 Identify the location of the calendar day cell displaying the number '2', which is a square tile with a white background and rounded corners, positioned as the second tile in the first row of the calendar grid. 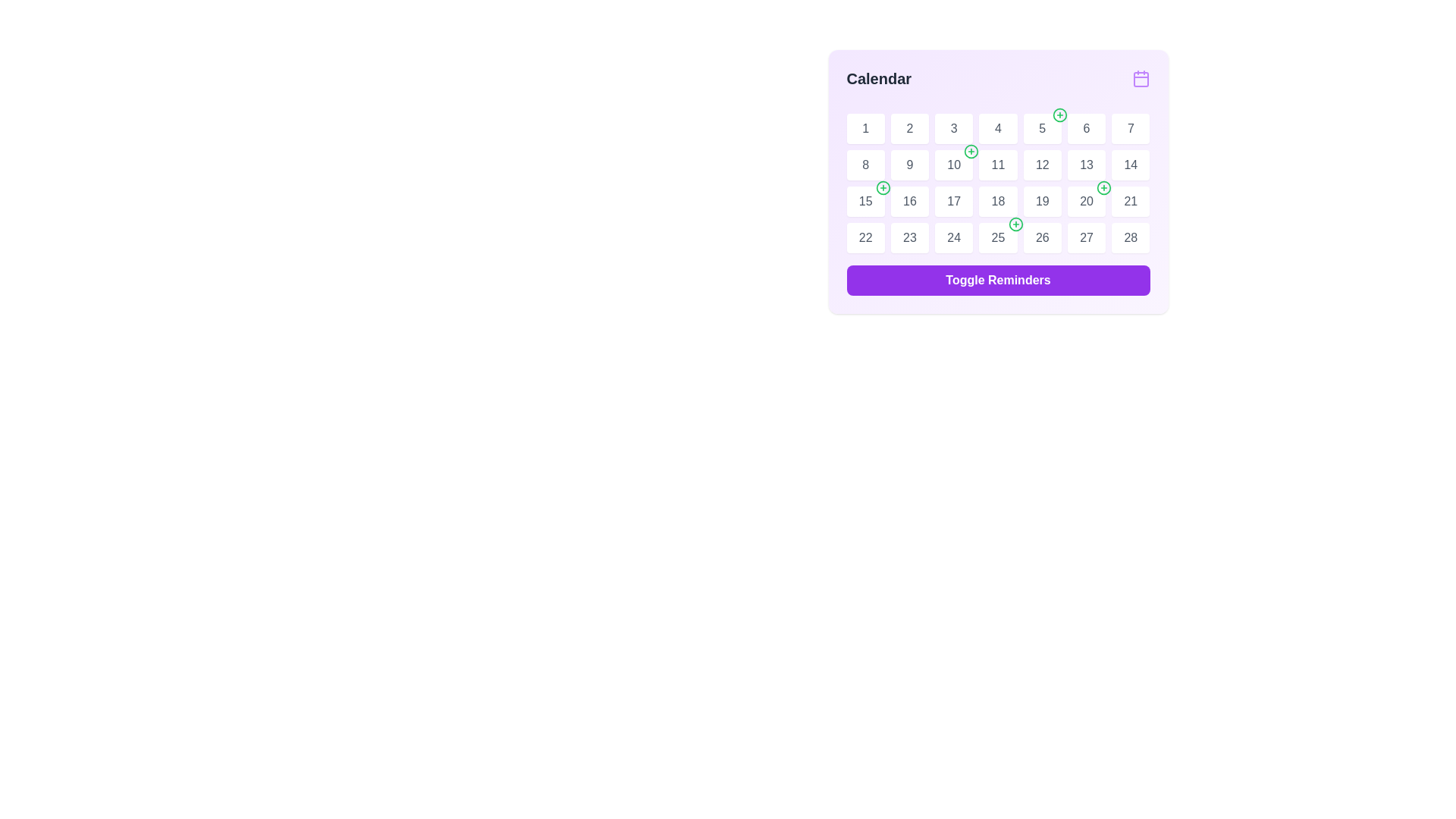
(910, 127).